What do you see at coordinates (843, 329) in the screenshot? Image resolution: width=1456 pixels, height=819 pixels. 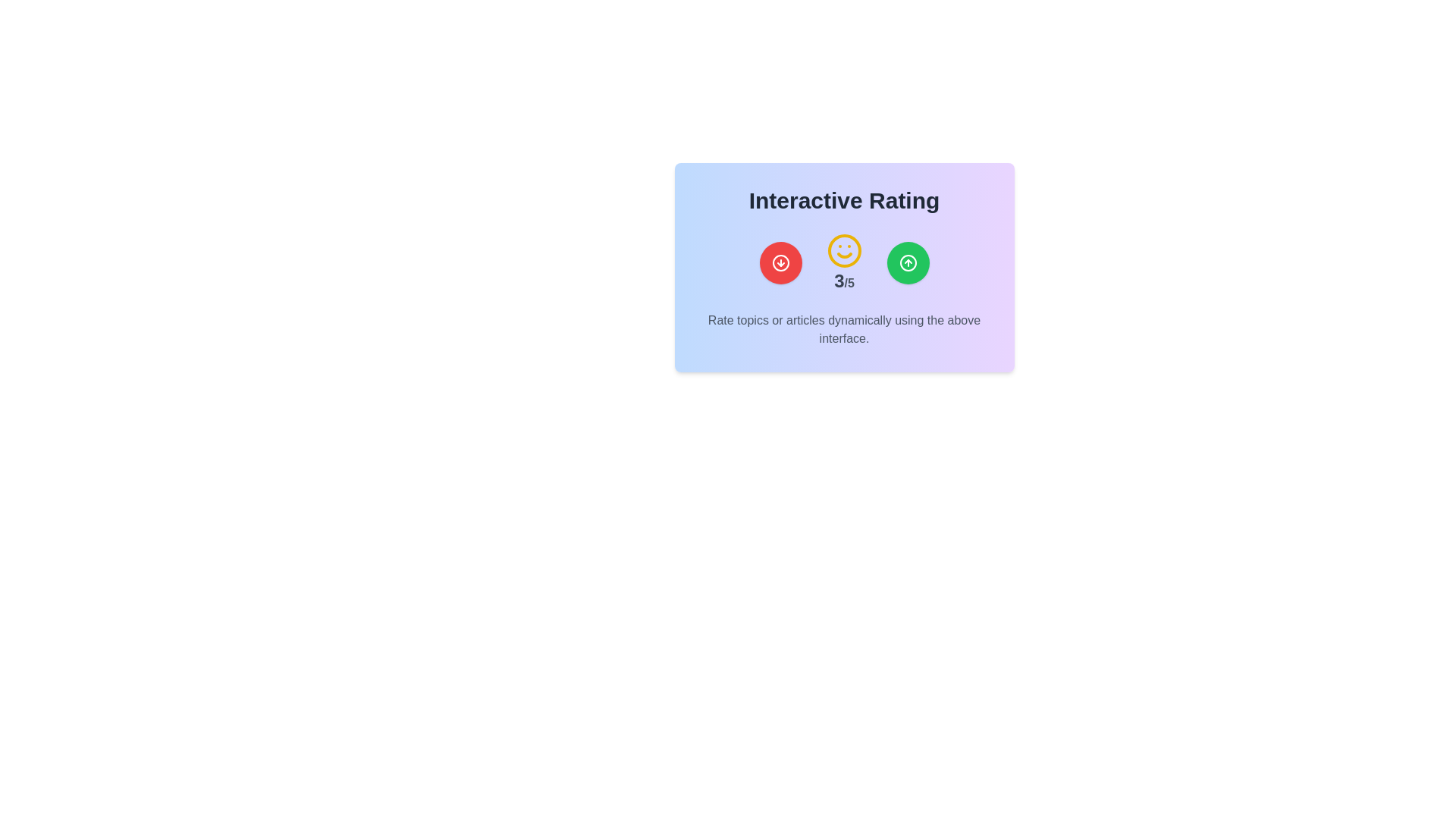 I see `the informational text block that reads 'Rate topics or articles dynamically using the above interface.' which is styled in gray font and located at the bottom of the interactive rating interface` at bounding box center [843, 329].